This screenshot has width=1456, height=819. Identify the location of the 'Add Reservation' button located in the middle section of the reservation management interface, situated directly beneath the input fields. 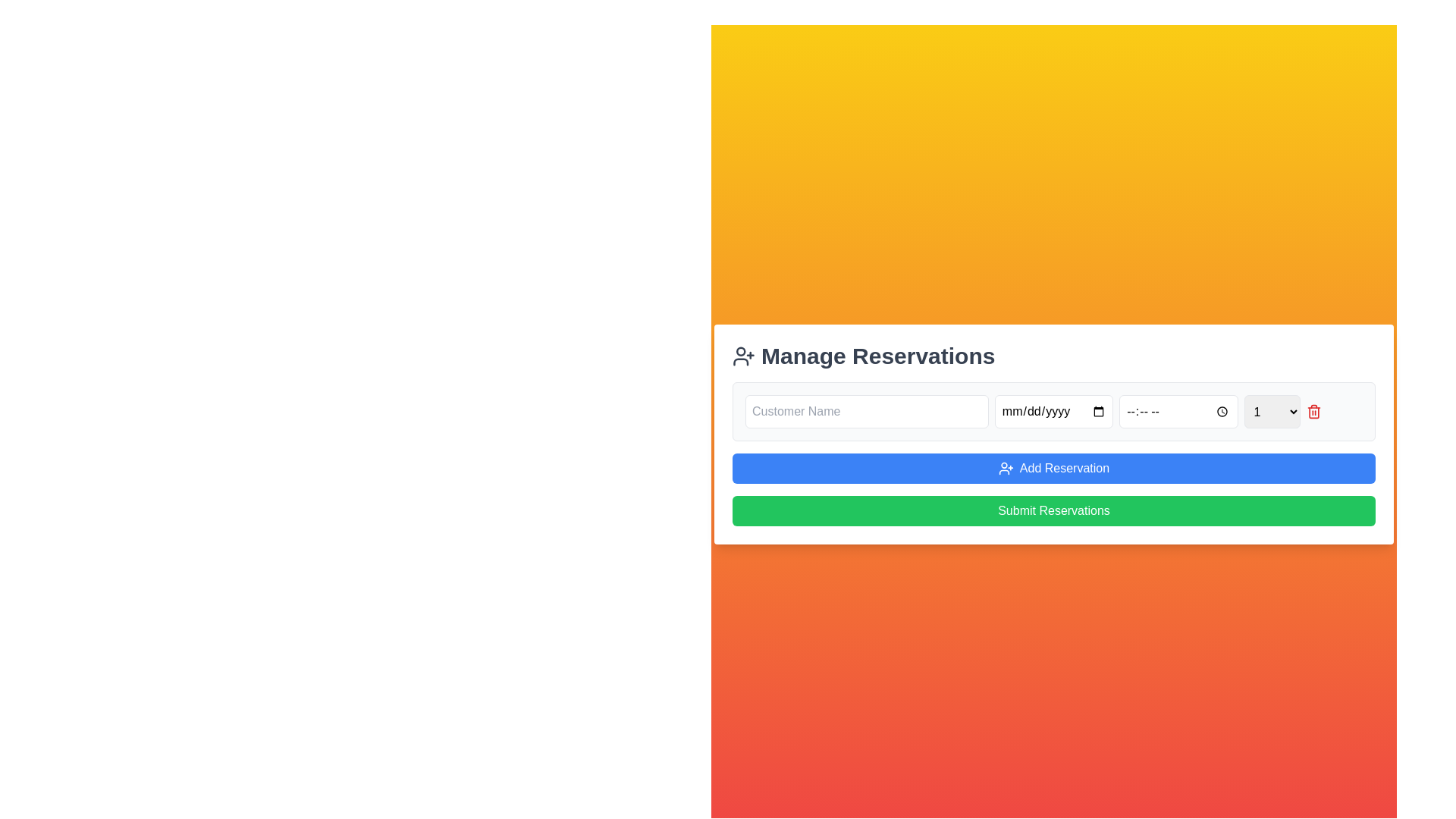
(1053, 453).